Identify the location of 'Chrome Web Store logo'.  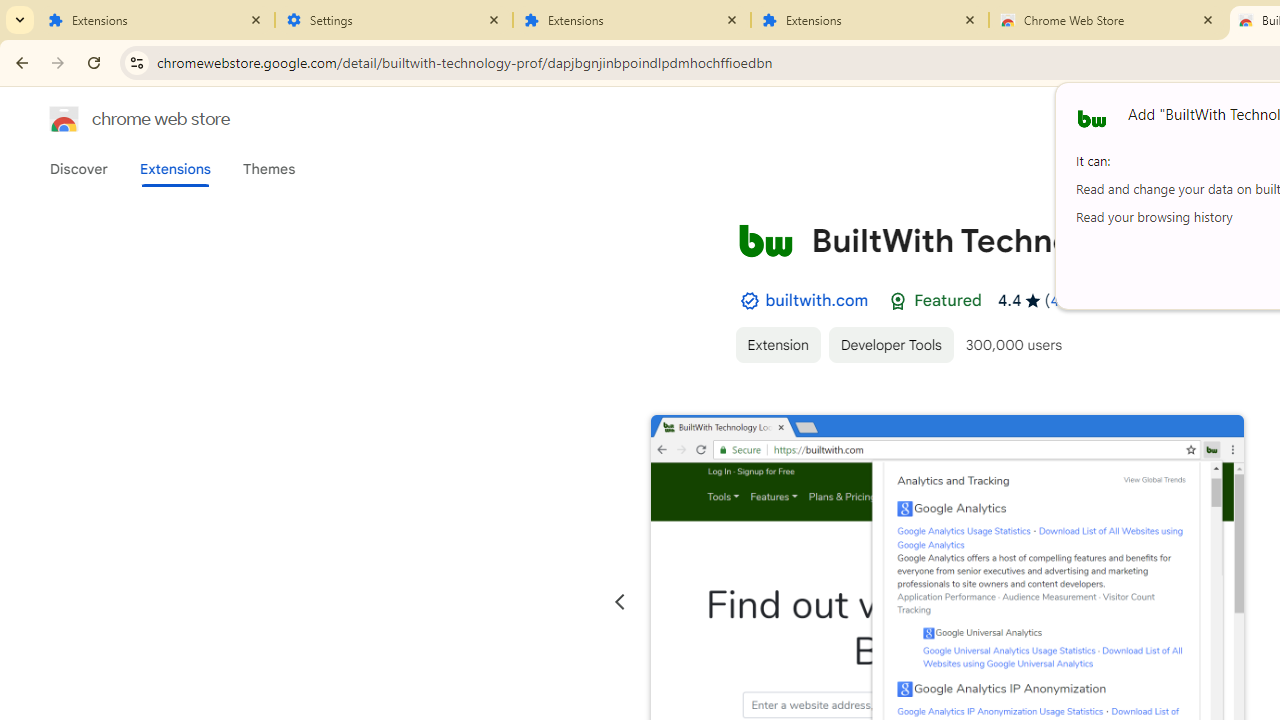
(64, 119).